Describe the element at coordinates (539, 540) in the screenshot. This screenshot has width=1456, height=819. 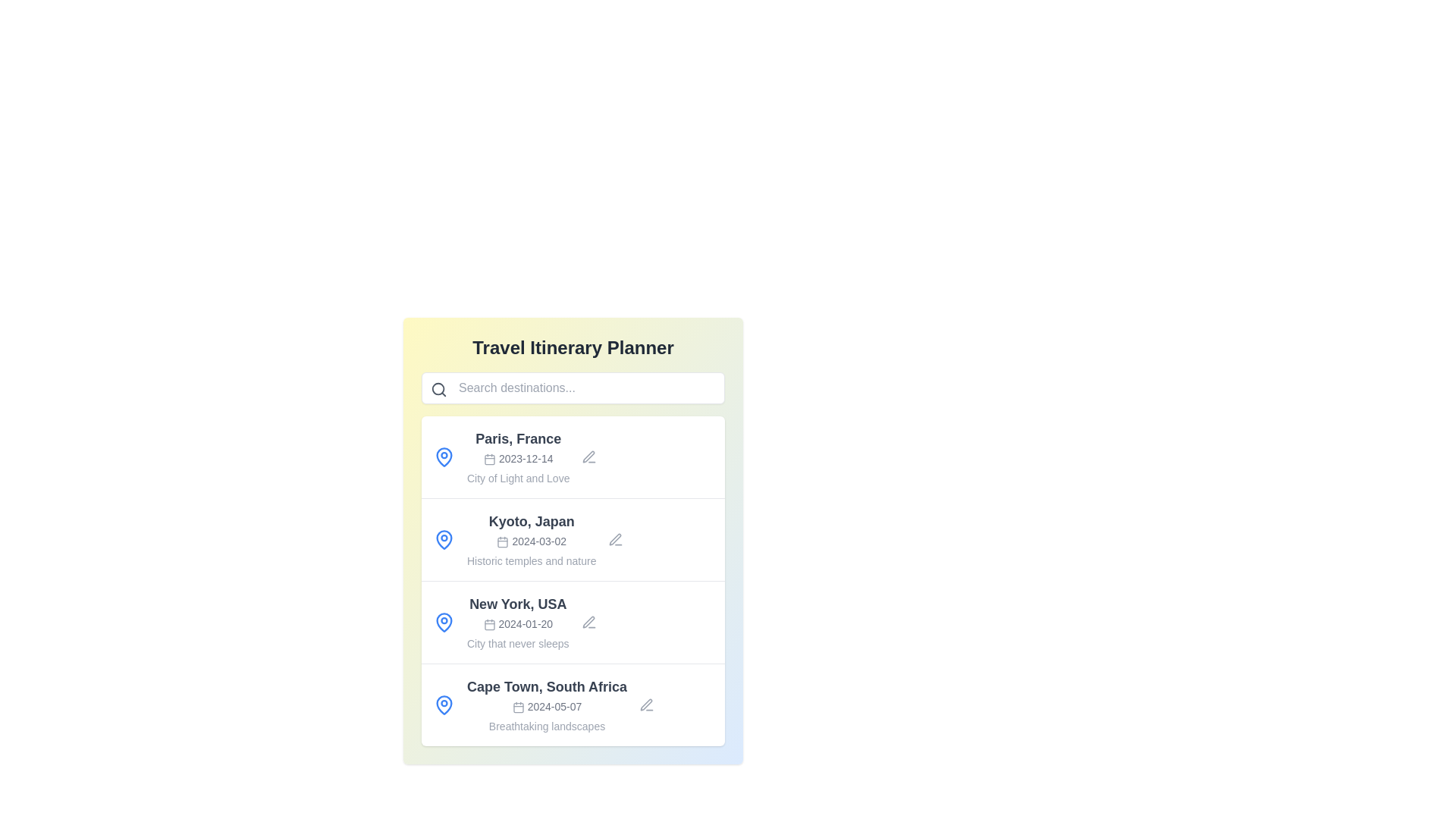
I see `the text label indicating the date related to the Kyoto, Japan entry in the travel planner, which appears immediately after the calendar icon` at that location.